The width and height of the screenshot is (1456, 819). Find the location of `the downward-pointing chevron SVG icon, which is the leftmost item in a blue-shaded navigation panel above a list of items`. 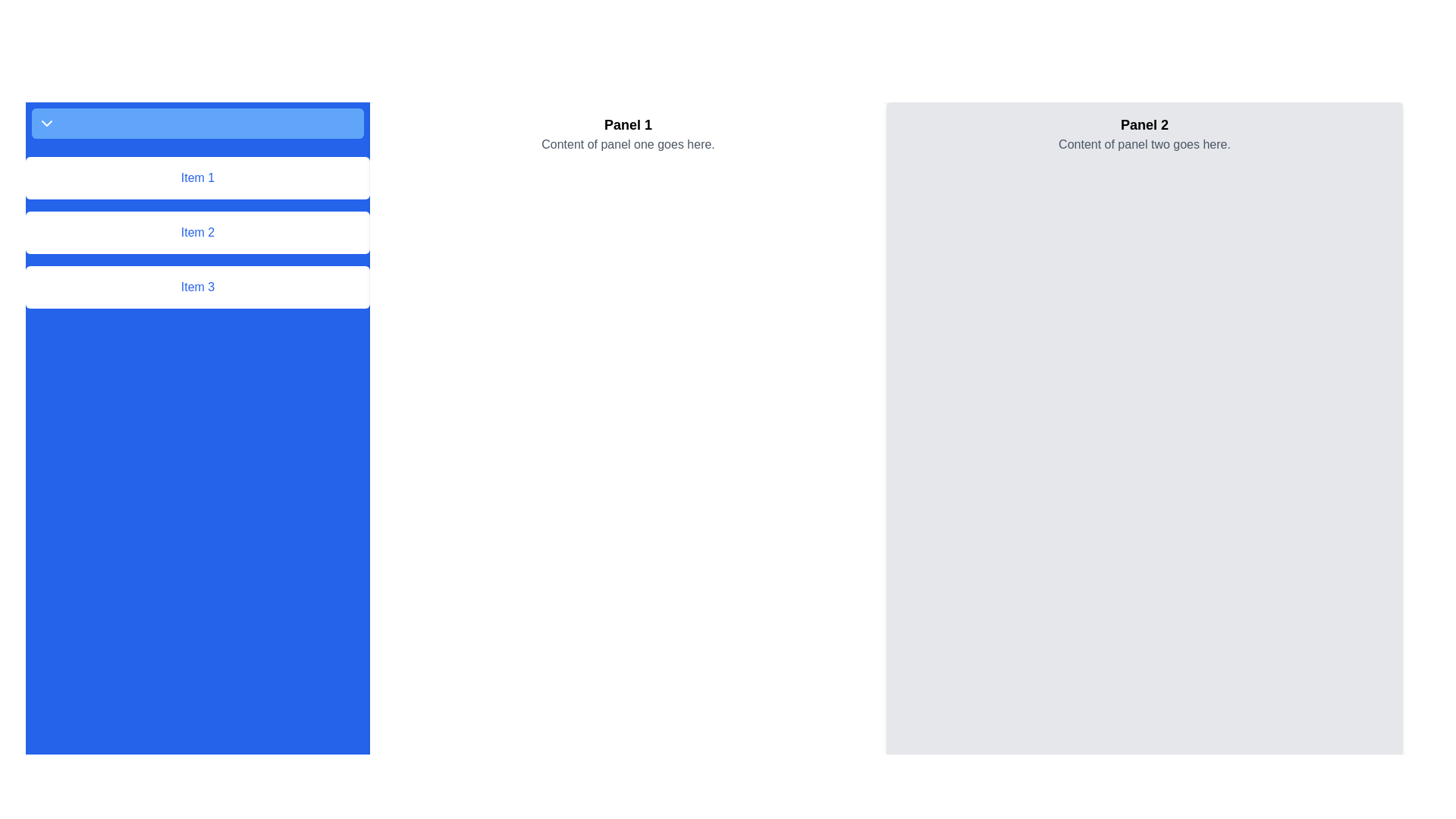

the downward-pointing chevron SVG icon, which is the leftmost item in a blue-shaded navigation panel above a list of items is located at coordinates (47, 122).